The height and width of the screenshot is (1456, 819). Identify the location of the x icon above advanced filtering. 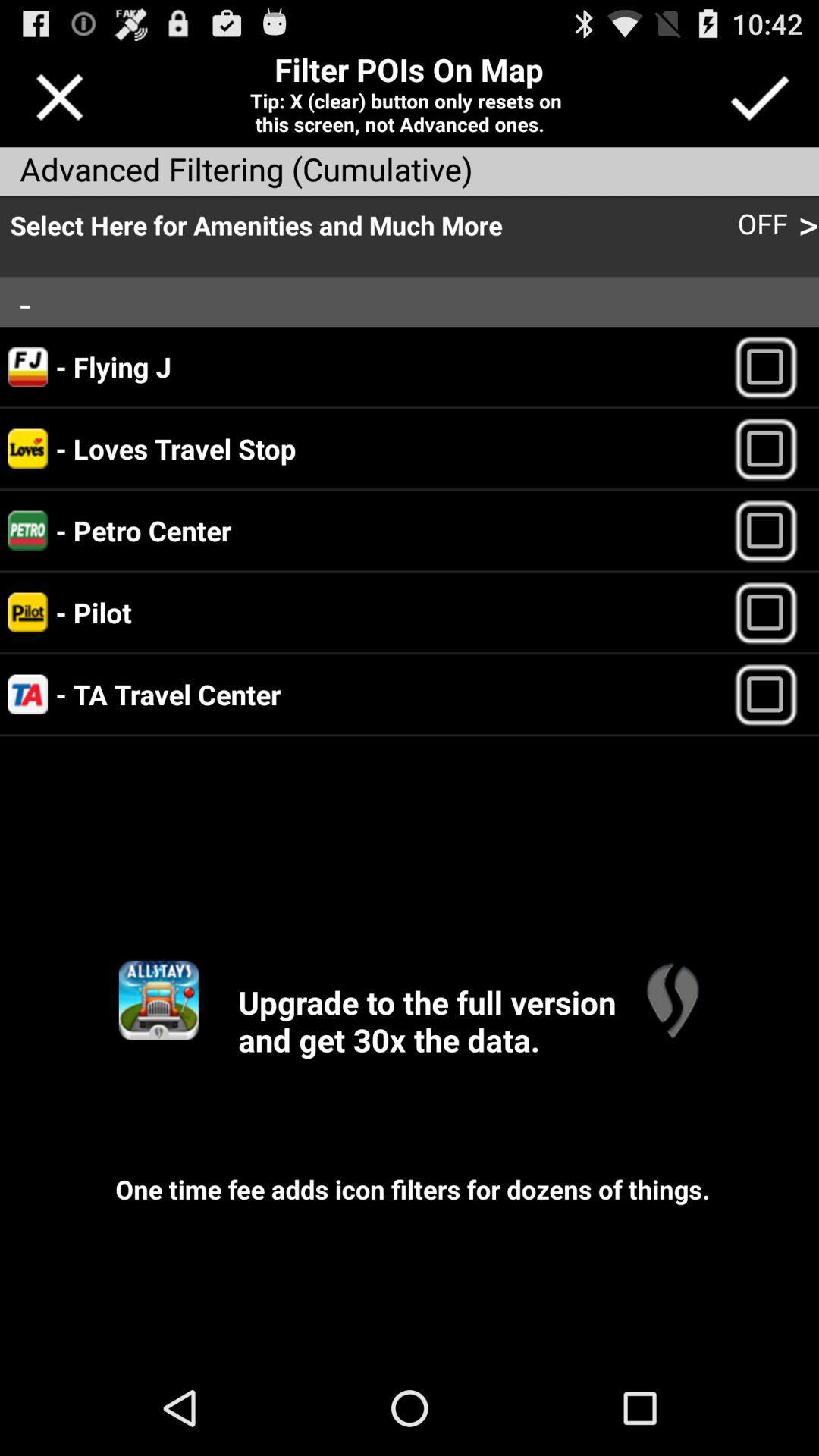
(58, 96).